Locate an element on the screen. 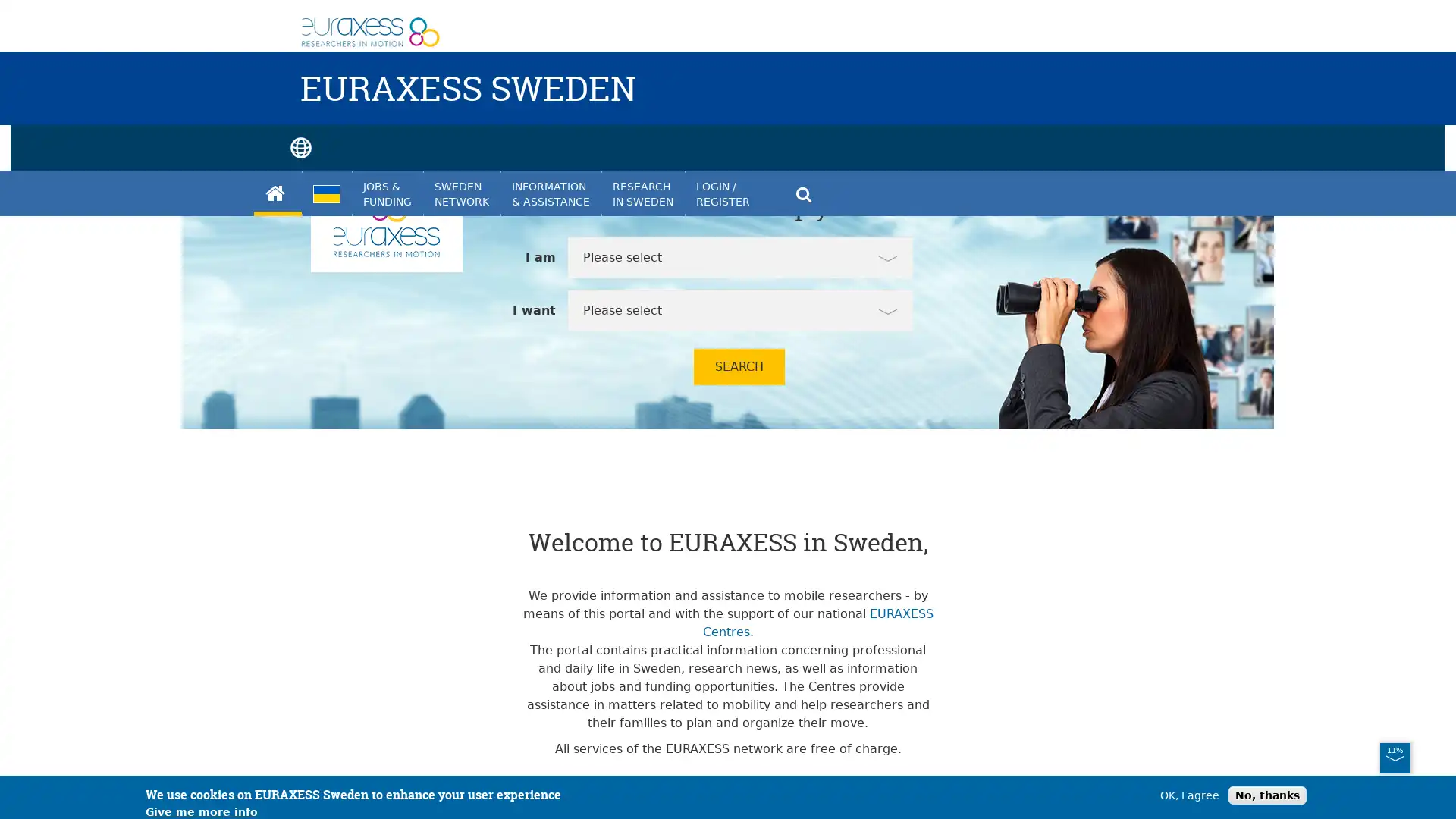  OK, I agree is located at coordinates (1189, 794).